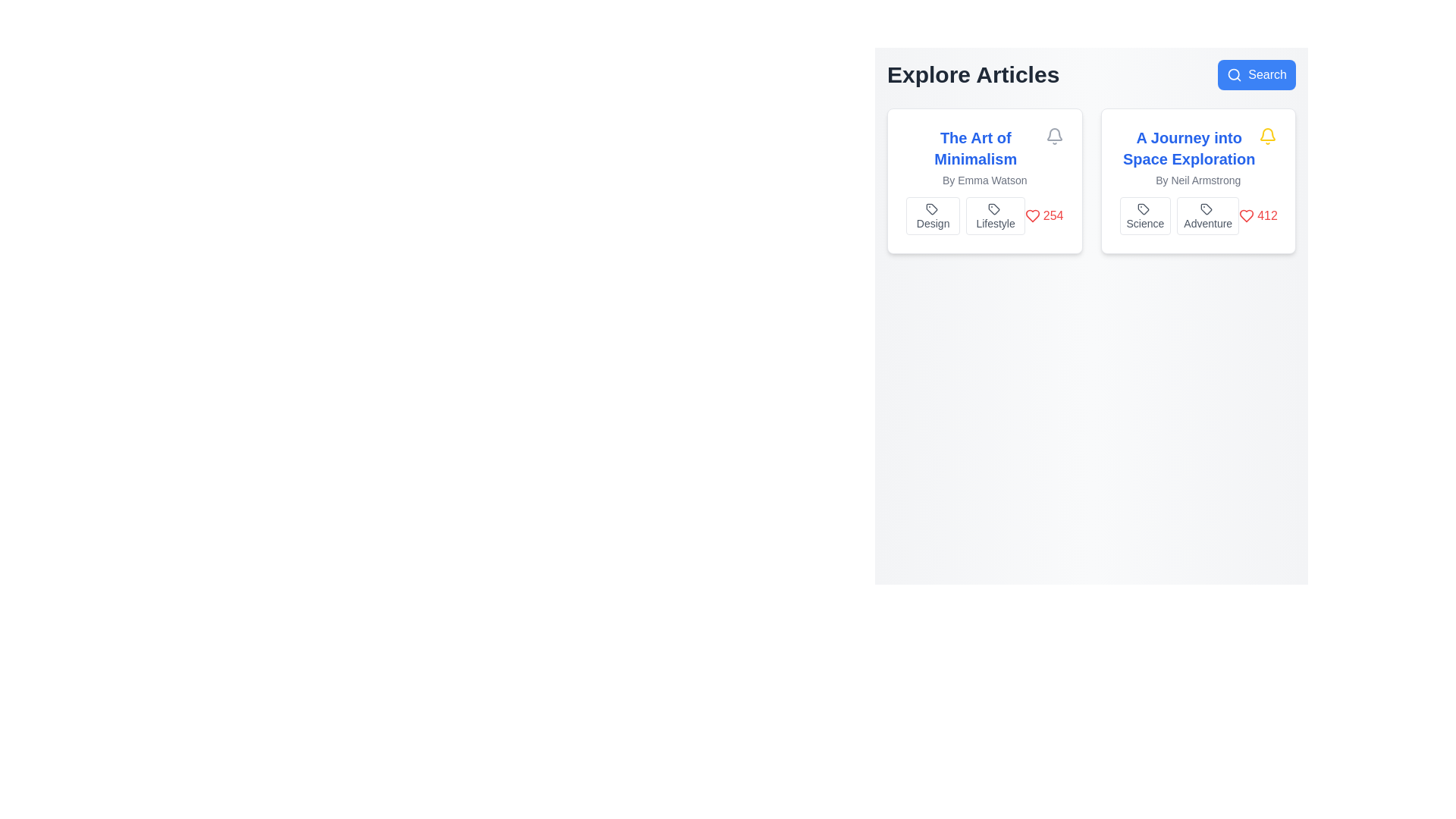  What do you see at coordinates (996, 216) in the screenshot?
I see `the 'Lifestyle' label with a tag icon` at bounding box center [996, 216].